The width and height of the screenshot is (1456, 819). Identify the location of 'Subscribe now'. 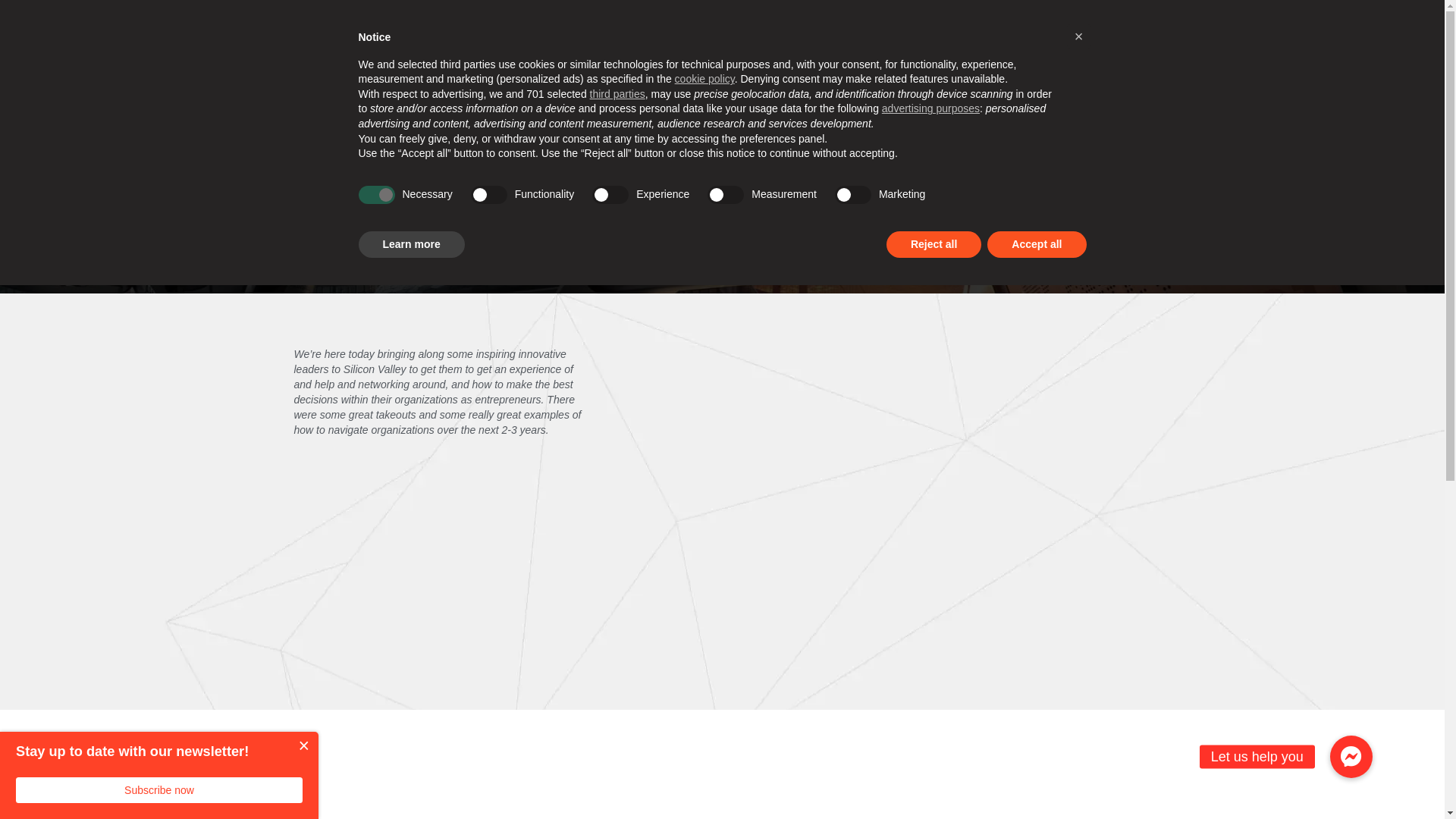
(159, 789).